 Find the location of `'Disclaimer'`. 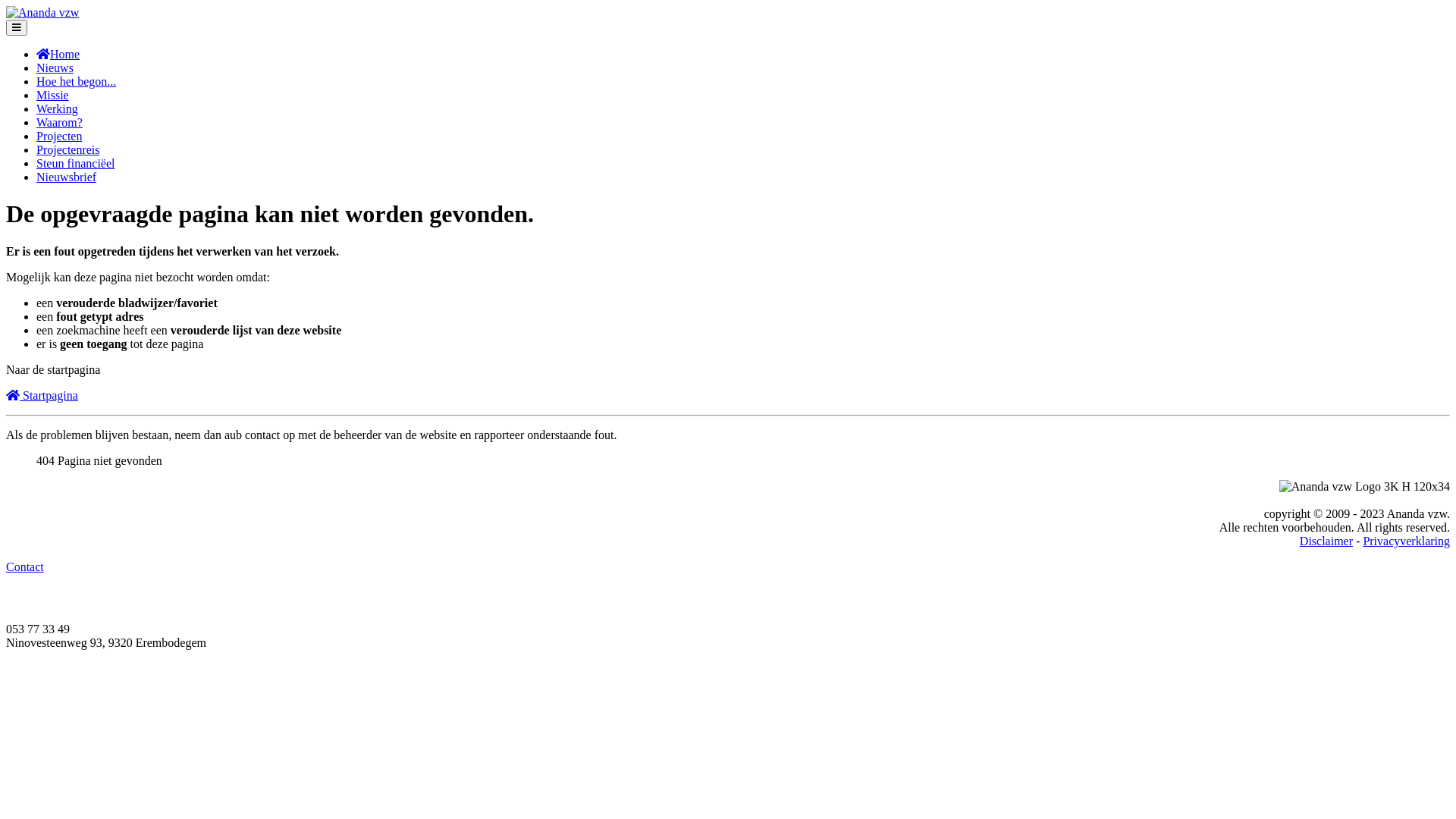

'Disclaimer' is located at coordinates (1325, 540).